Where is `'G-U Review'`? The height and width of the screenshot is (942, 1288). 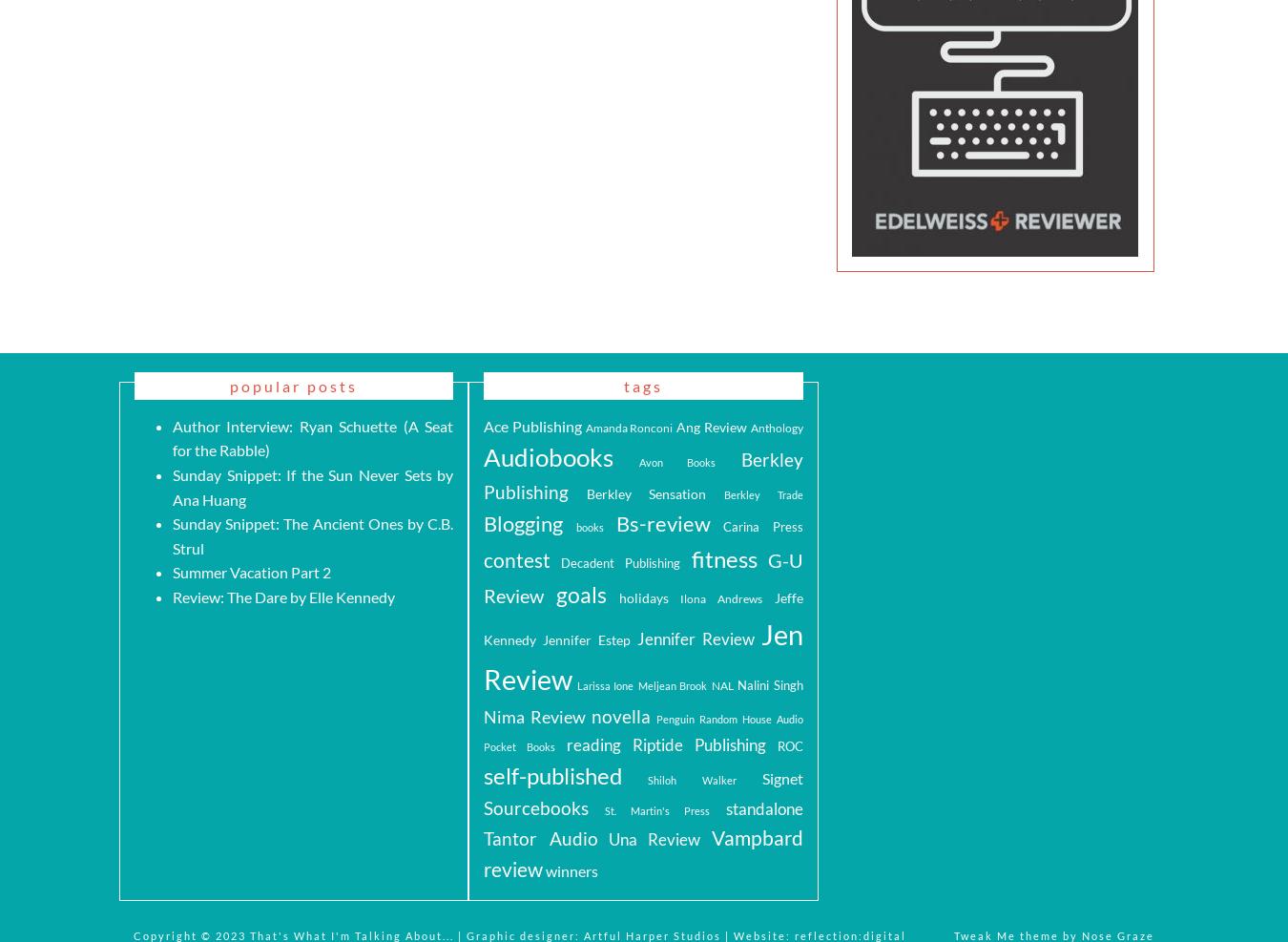
'G-U Review' is located at coordinates (643, 576).